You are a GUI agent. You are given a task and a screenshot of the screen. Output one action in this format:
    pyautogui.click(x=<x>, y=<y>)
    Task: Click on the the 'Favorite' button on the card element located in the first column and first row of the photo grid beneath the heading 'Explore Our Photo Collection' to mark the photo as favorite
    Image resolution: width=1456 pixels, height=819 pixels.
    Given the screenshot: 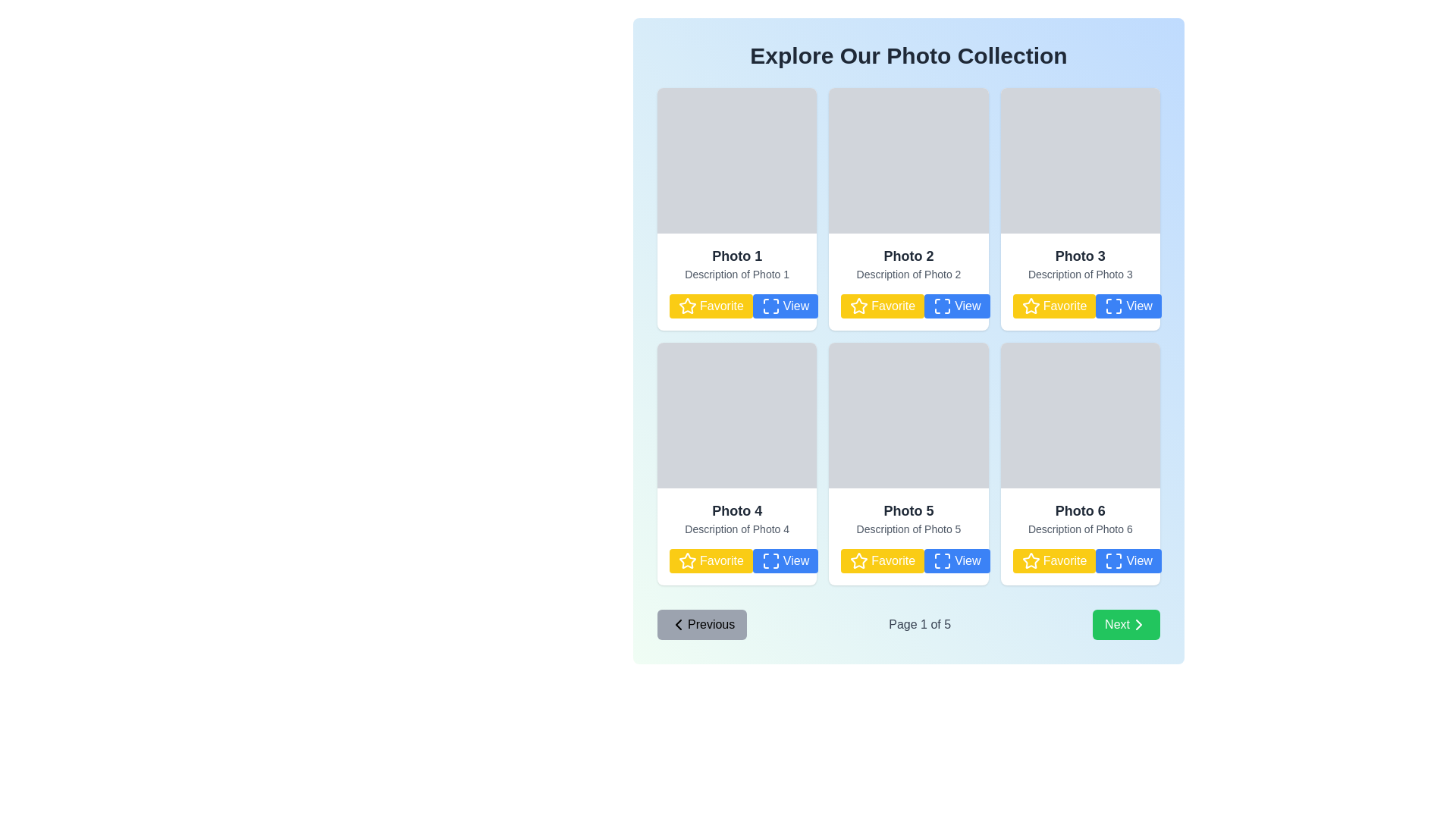 What is the action you would take?
    pyautogui.click(x=737, y=281)
    